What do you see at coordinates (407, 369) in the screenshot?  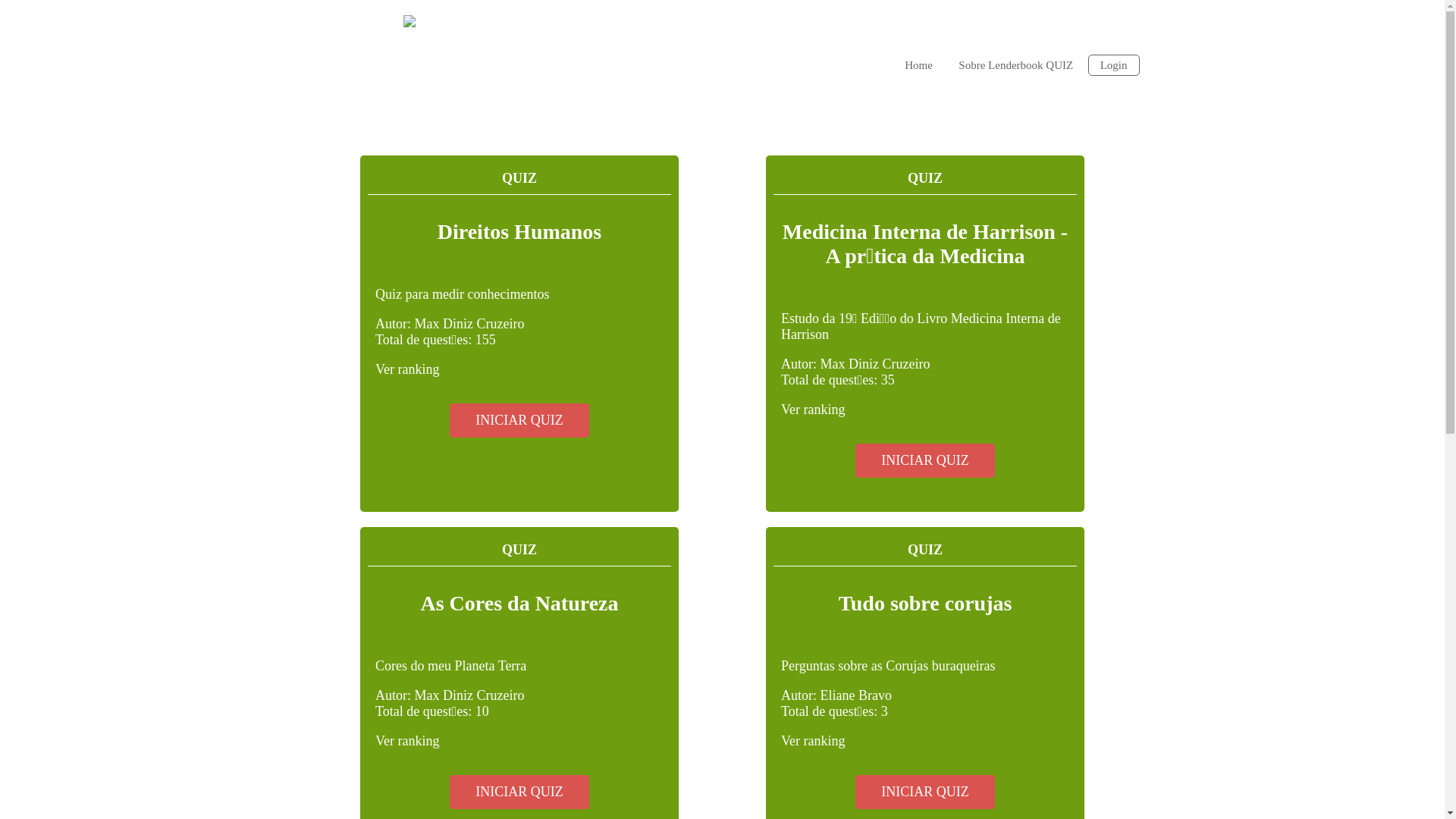 I see `'Ver ranking'` at bounding box center [407, 369].